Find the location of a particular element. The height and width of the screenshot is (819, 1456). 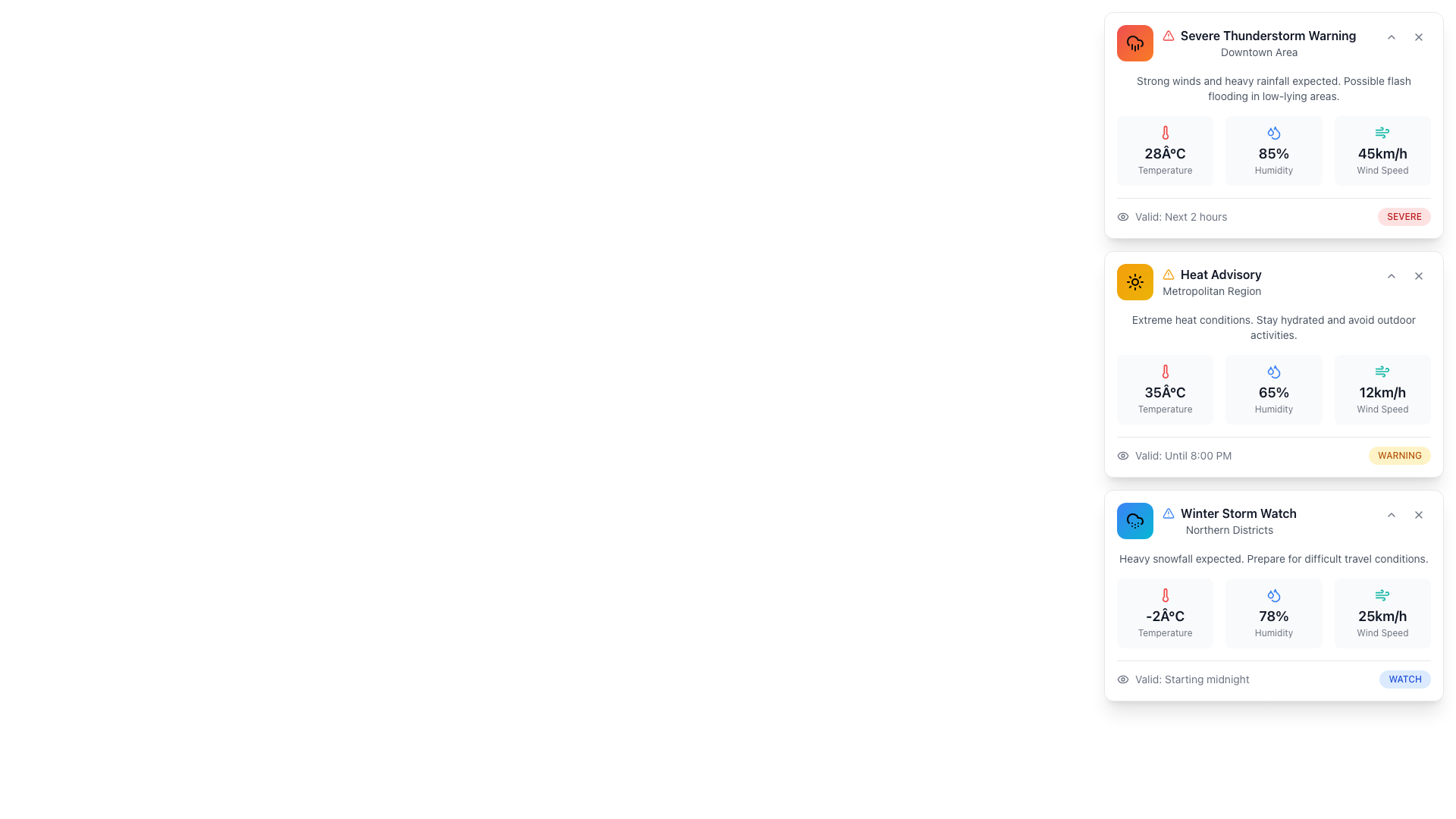

the Badge located in the bottom-right corner of the 'Heat Advisory' card, adjacent to the text 'Valid: Until 8:00 PM' is located at coordinates (1399, 455).